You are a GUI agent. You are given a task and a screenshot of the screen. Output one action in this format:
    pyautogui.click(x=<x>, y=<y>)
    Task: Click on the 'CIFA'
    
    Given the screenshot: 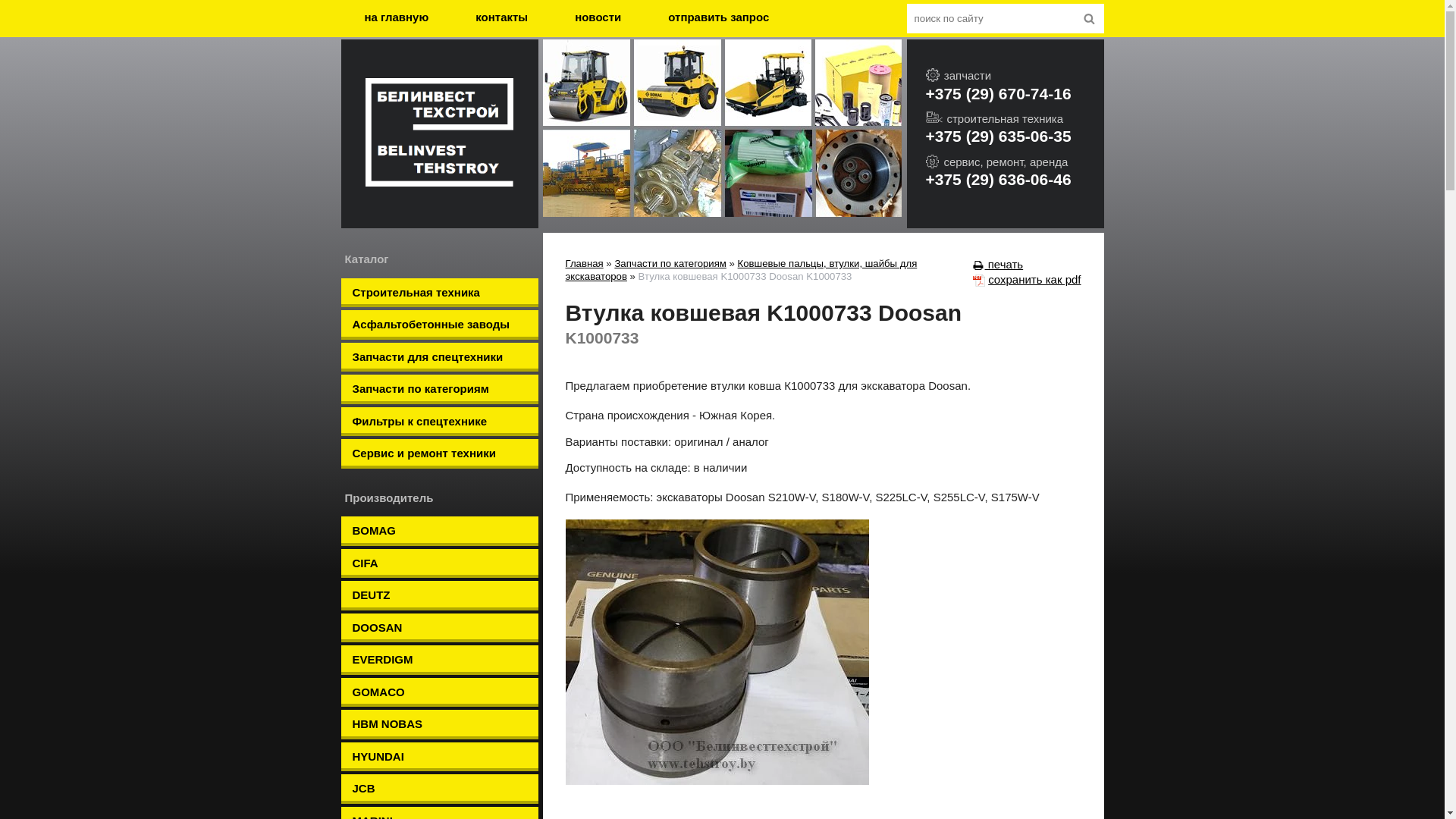 What is the action you would take?
    pyautogui.click(x=439, y=563)
    